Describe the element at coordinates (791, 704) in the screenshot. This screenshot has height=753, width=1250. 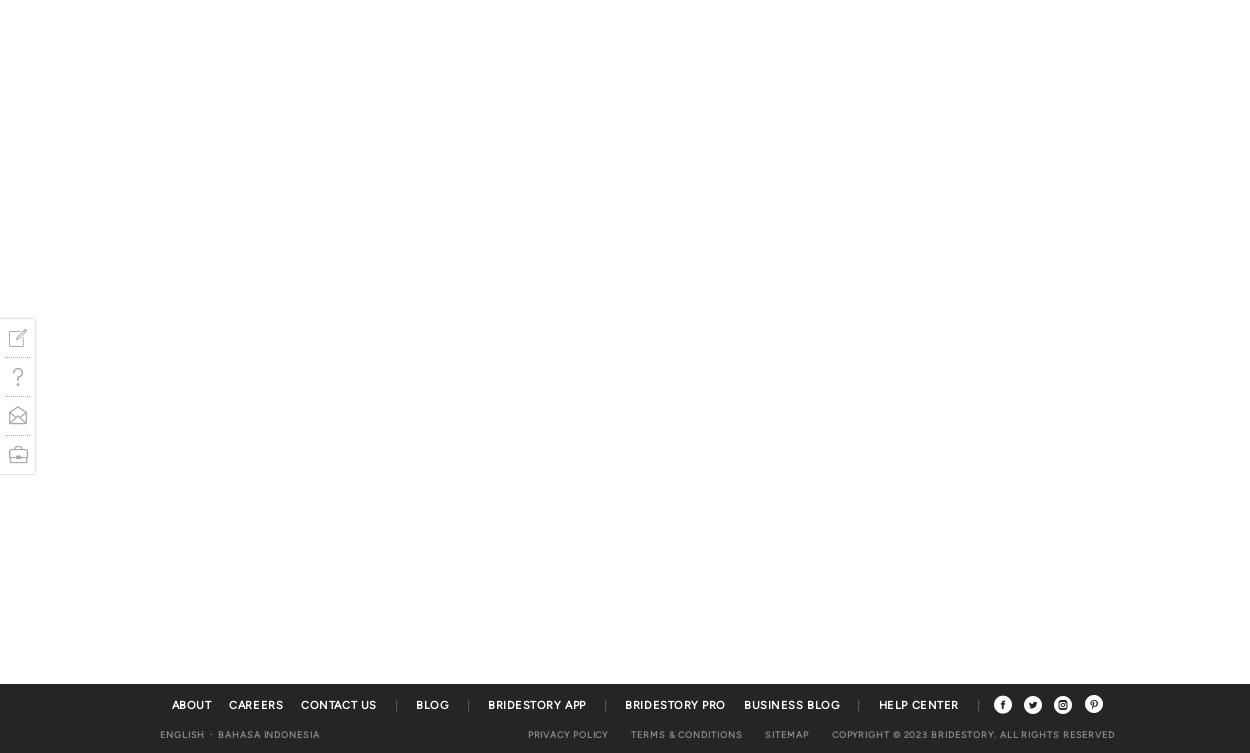
I see `'Business Blog'` at that location.